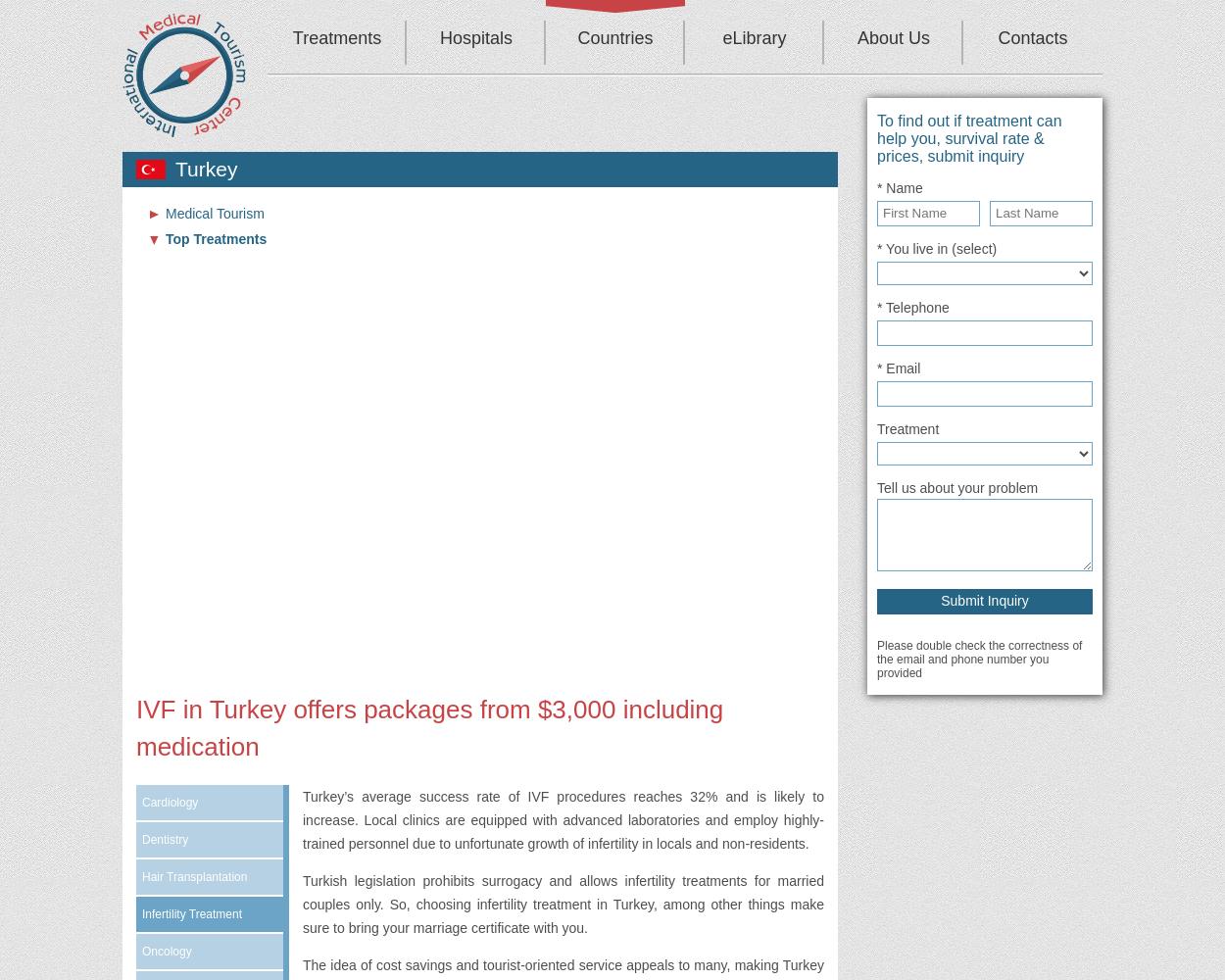 The width and height of the screenshot is (1225, 980). Describe the element at coordinates (191, 914) in the screenshot. I see `'Infertility Treatment'` at that location.